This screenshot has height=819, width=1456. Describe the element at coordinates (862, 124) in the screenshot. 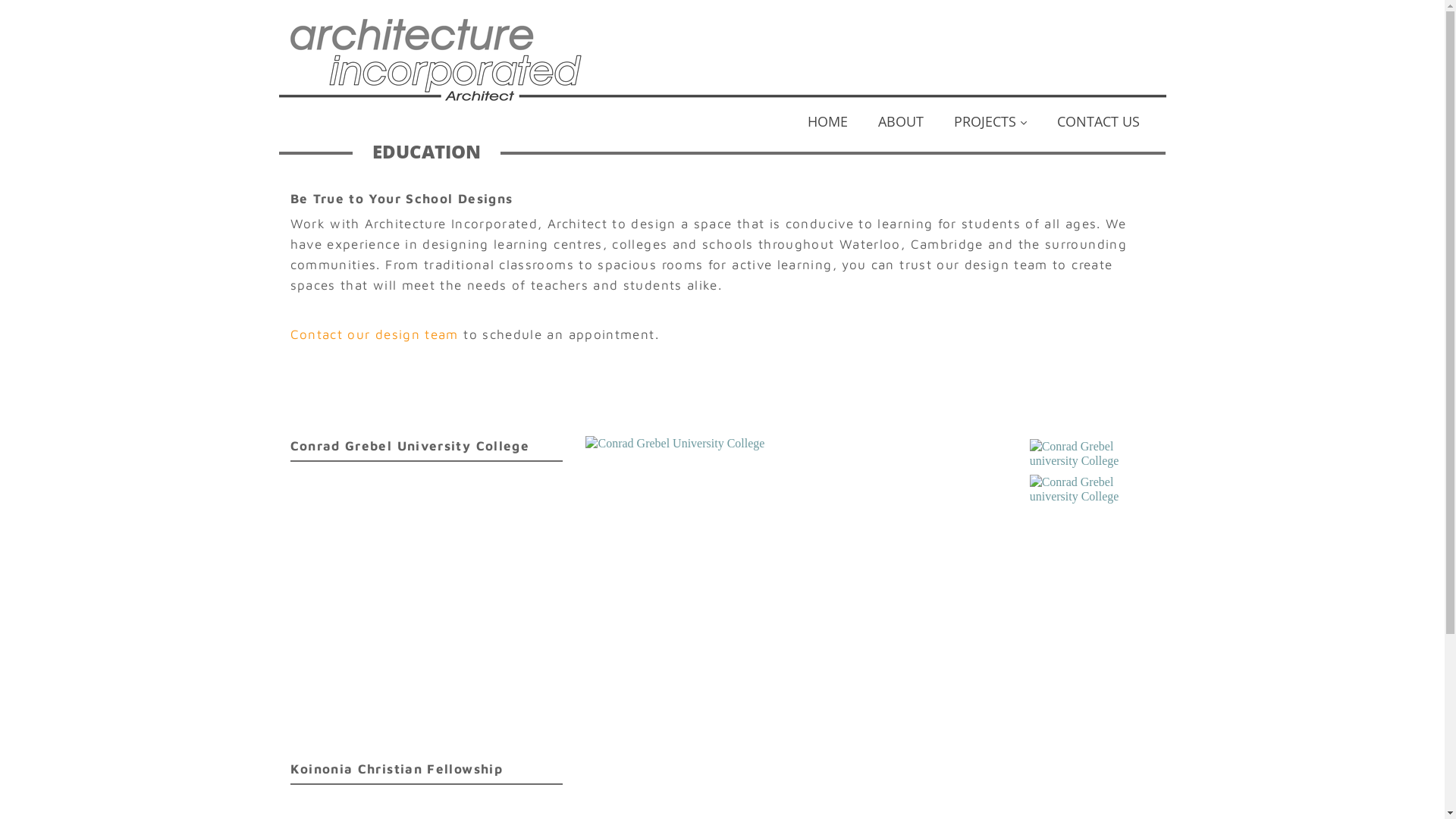

I see `'ABOUT'` at that location.